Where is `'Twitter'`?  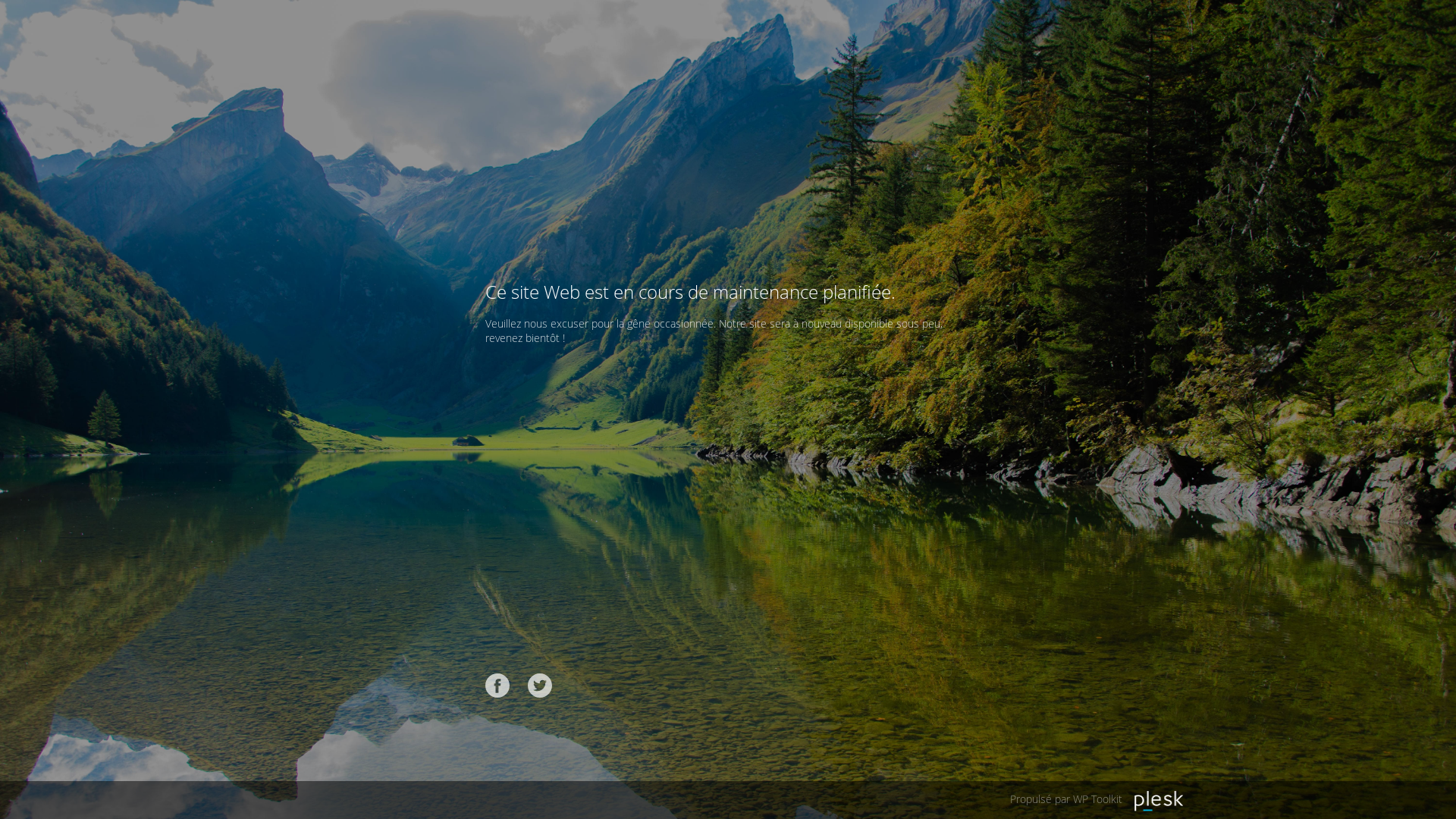 'Twitter' is located at coordinates (539, 685).